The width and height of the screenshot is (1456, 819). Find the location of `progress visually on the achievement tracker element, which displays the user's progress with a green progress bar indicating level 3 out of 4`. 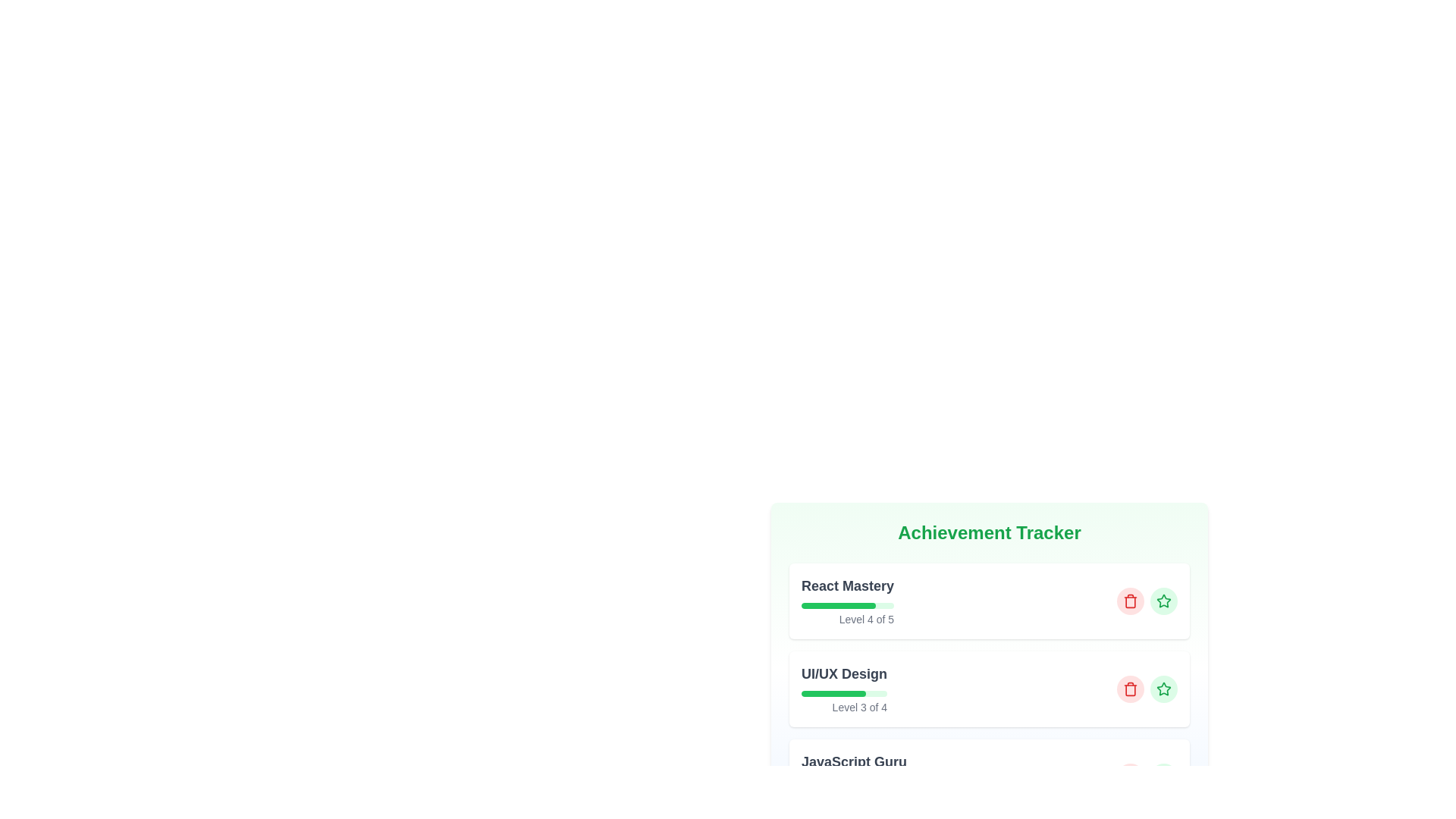

progress visually on the achievement tracker element, which displays the user's progress with a green progress bar indicating level 3 out of 4 is located at coordinates (843, 689).